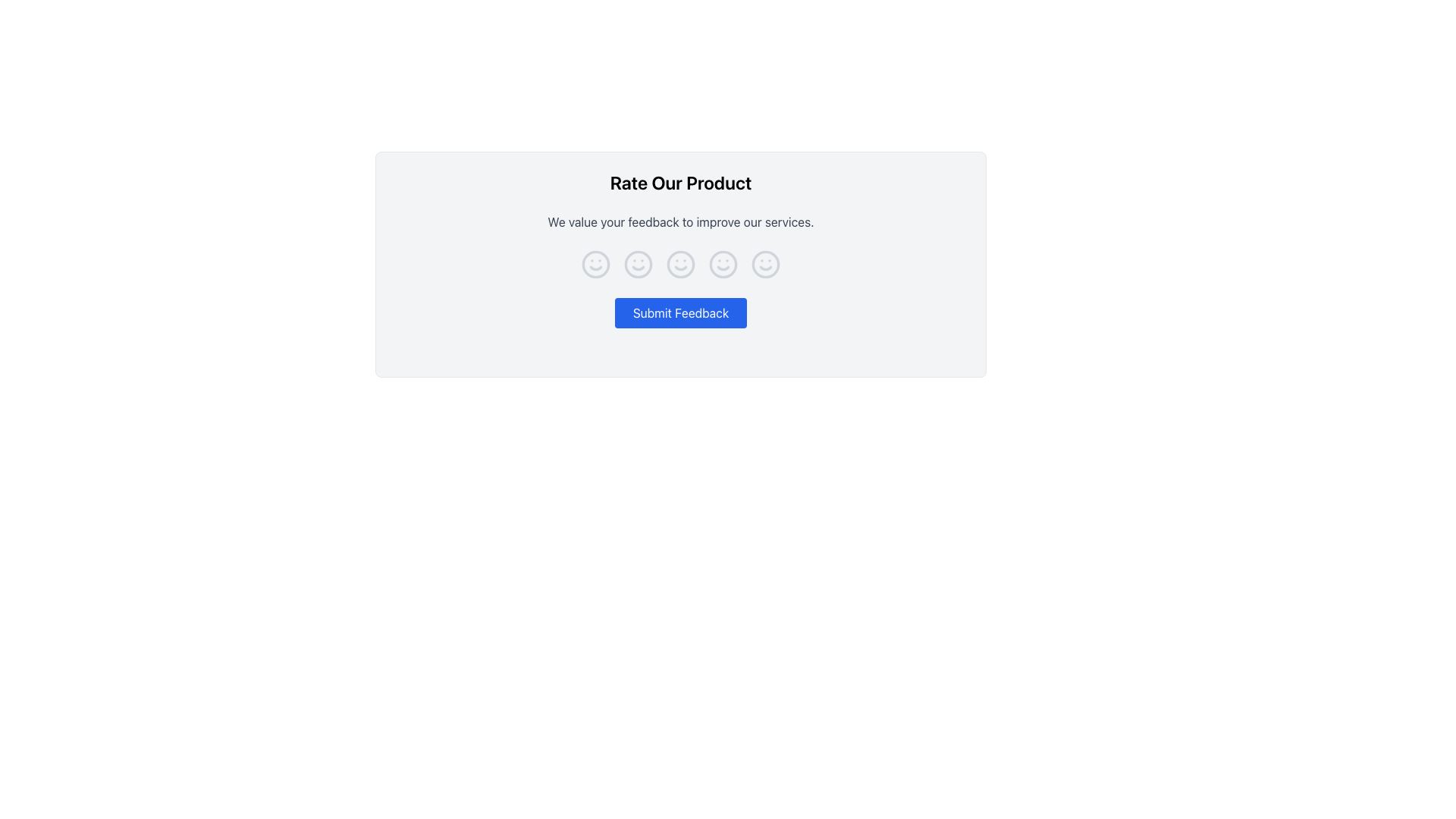 The height and width of the screenshot is (819, 1456). I want to click on the central circular base of the third smiley face icon in the rating options below the feedback text and above the submit button, so click(723, 263).